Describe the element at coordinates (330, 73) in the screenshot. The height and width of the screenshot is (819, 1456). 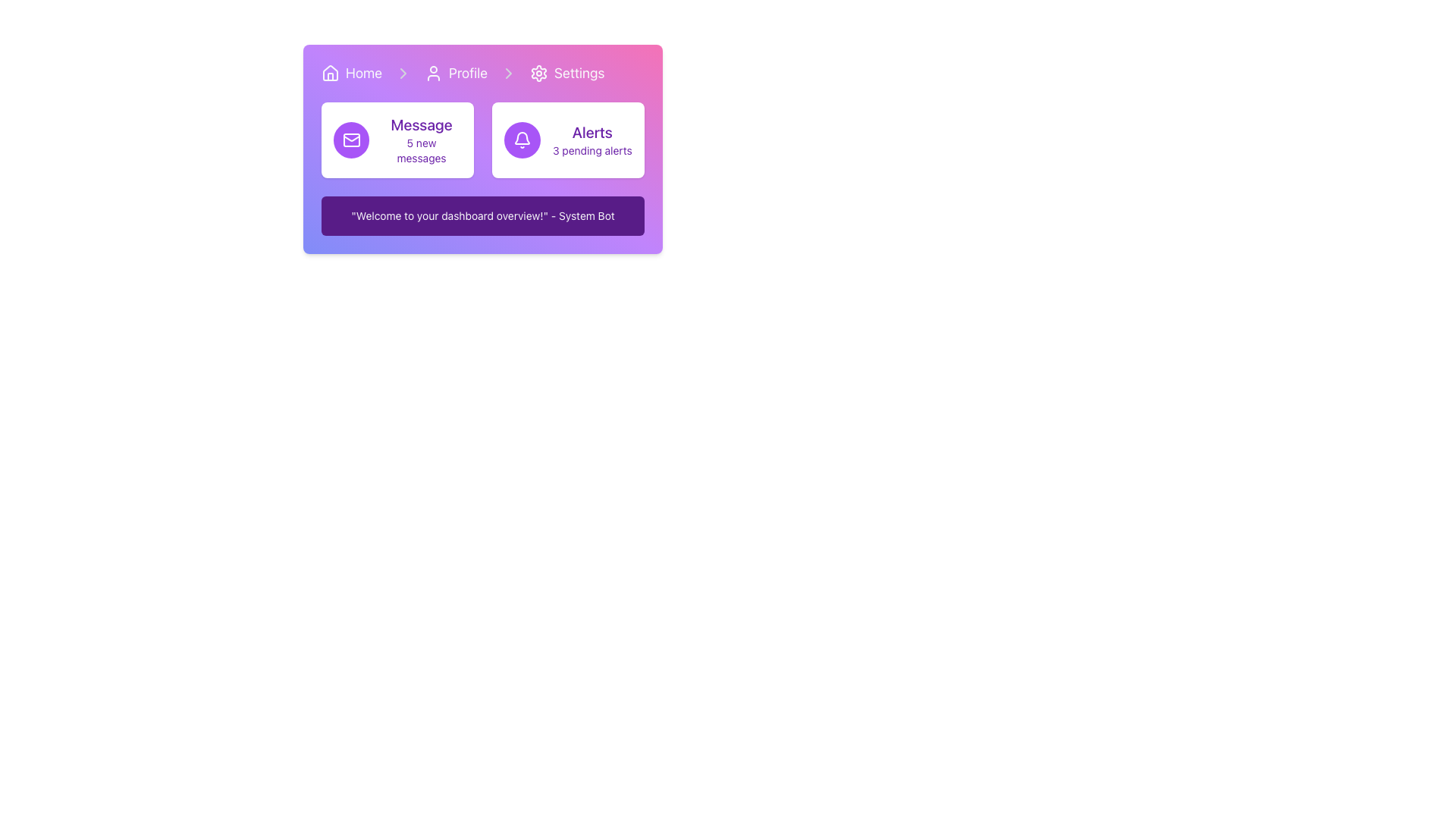
I see `the house icon located in the navigation bar at the top of the interface, which is the leftmost icon next to the 'Home' label` at that location.